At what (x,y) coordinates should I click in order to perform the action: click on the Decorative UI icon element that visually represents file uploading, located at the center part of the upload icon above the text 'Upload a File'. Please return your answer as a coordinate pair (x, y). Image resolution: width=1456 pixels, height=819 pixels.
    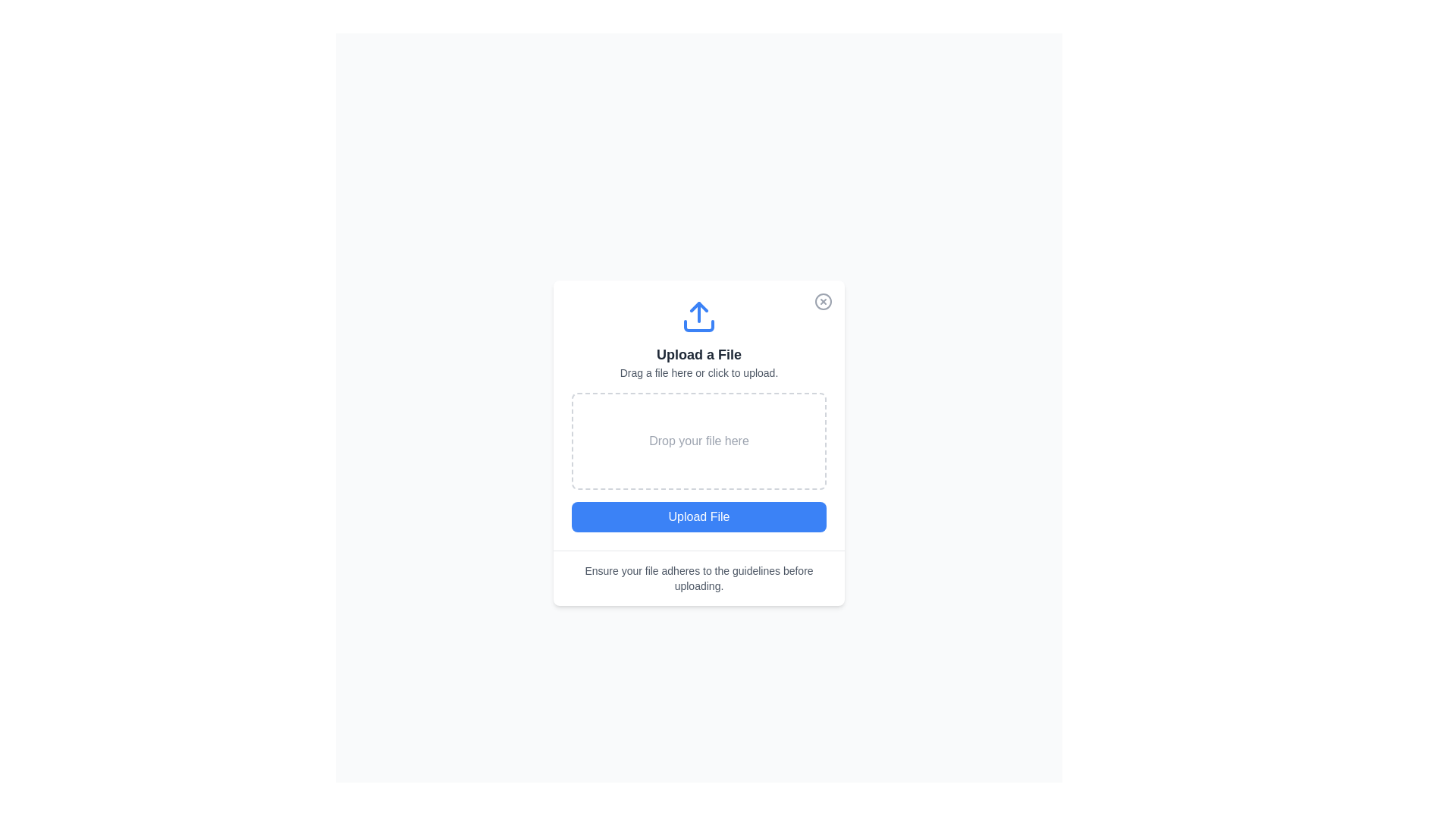
    Looking at the image, I should click on (698, 324).